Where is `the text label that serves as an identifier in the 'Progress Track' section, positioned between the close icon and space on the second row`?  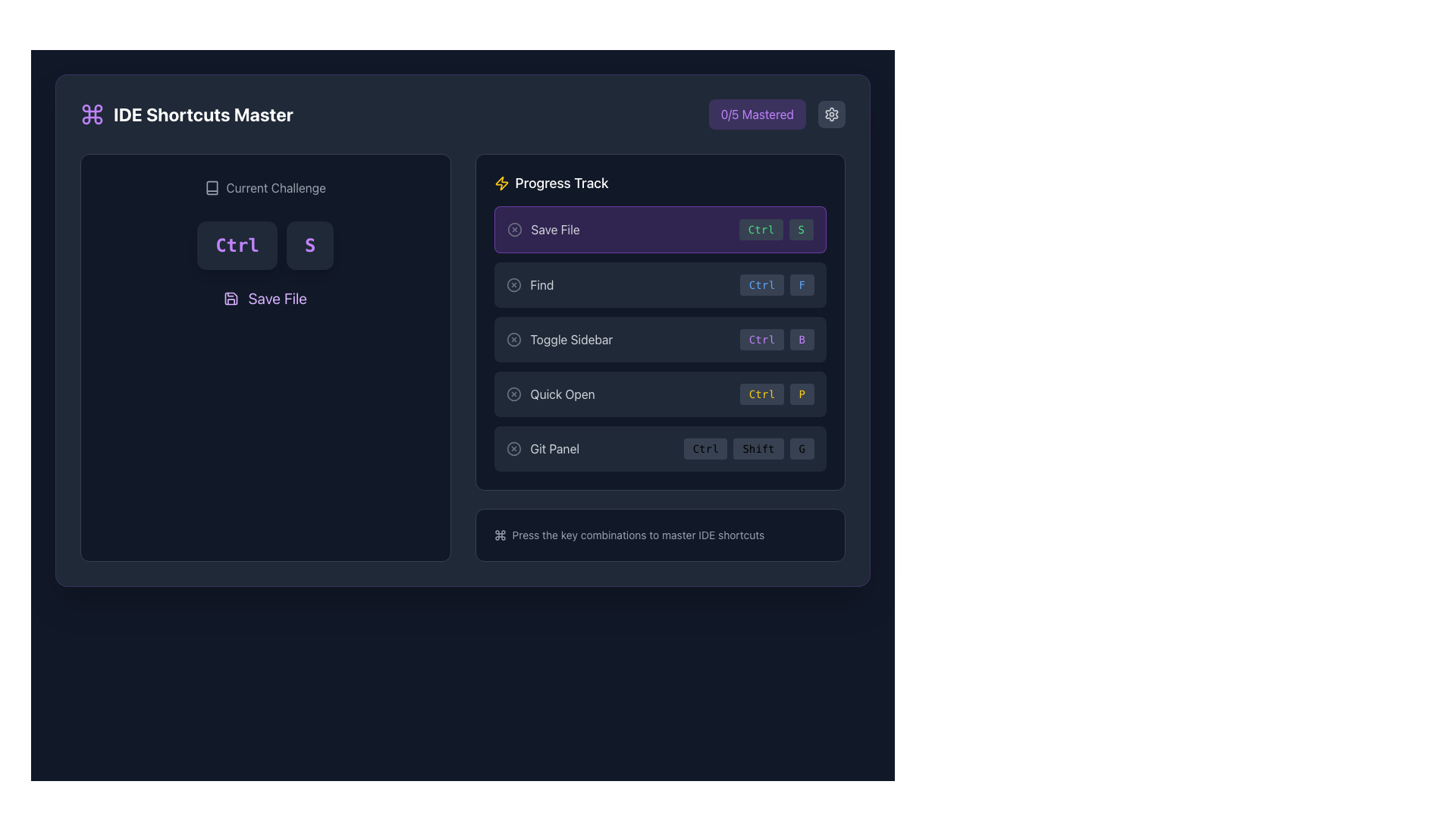 the text label that serves as an identifier in the 'Progress Track' section, positioned between the close icon and space on the second row is located at coordinates (542, 284).